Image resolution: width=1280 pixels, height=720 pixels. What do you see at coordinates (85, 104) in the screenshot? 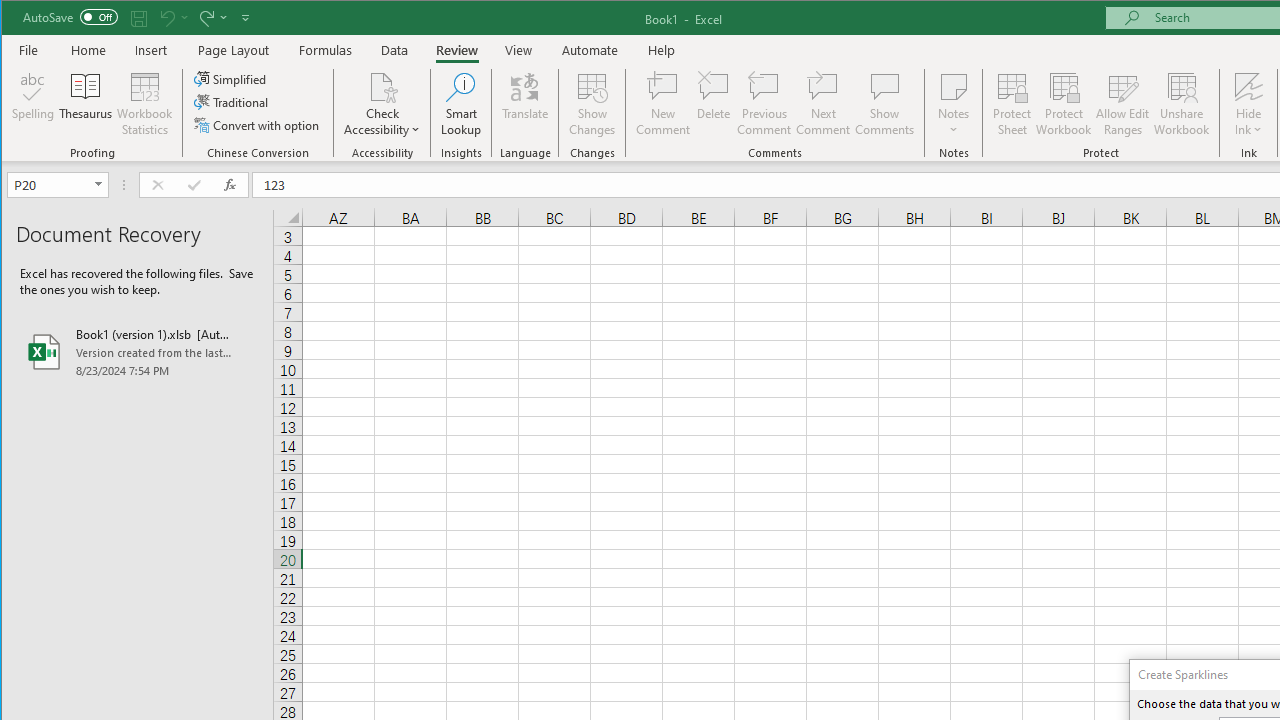
I see `'Thesaurus...'` at bounding box center [85, 104].